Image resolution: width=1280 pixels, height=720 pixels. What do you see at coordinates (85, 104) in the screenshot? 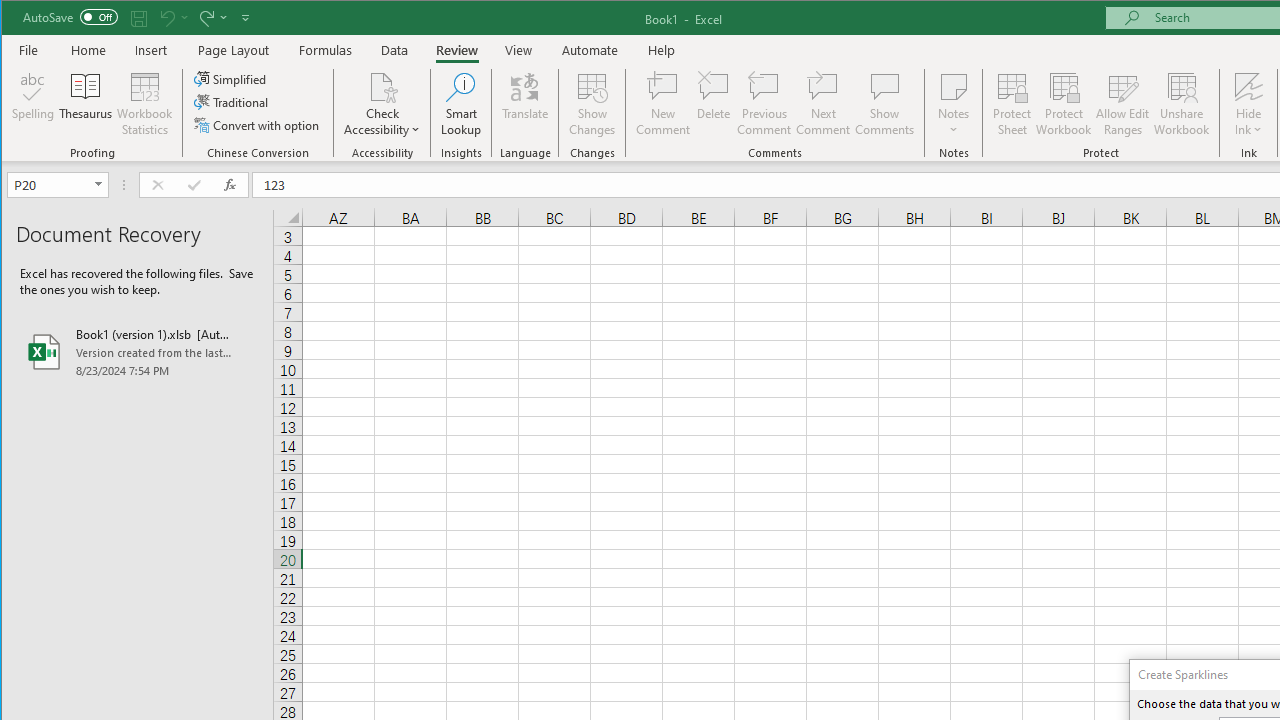
I see `'Thesaurus...'` at bounding box center [85, 104].